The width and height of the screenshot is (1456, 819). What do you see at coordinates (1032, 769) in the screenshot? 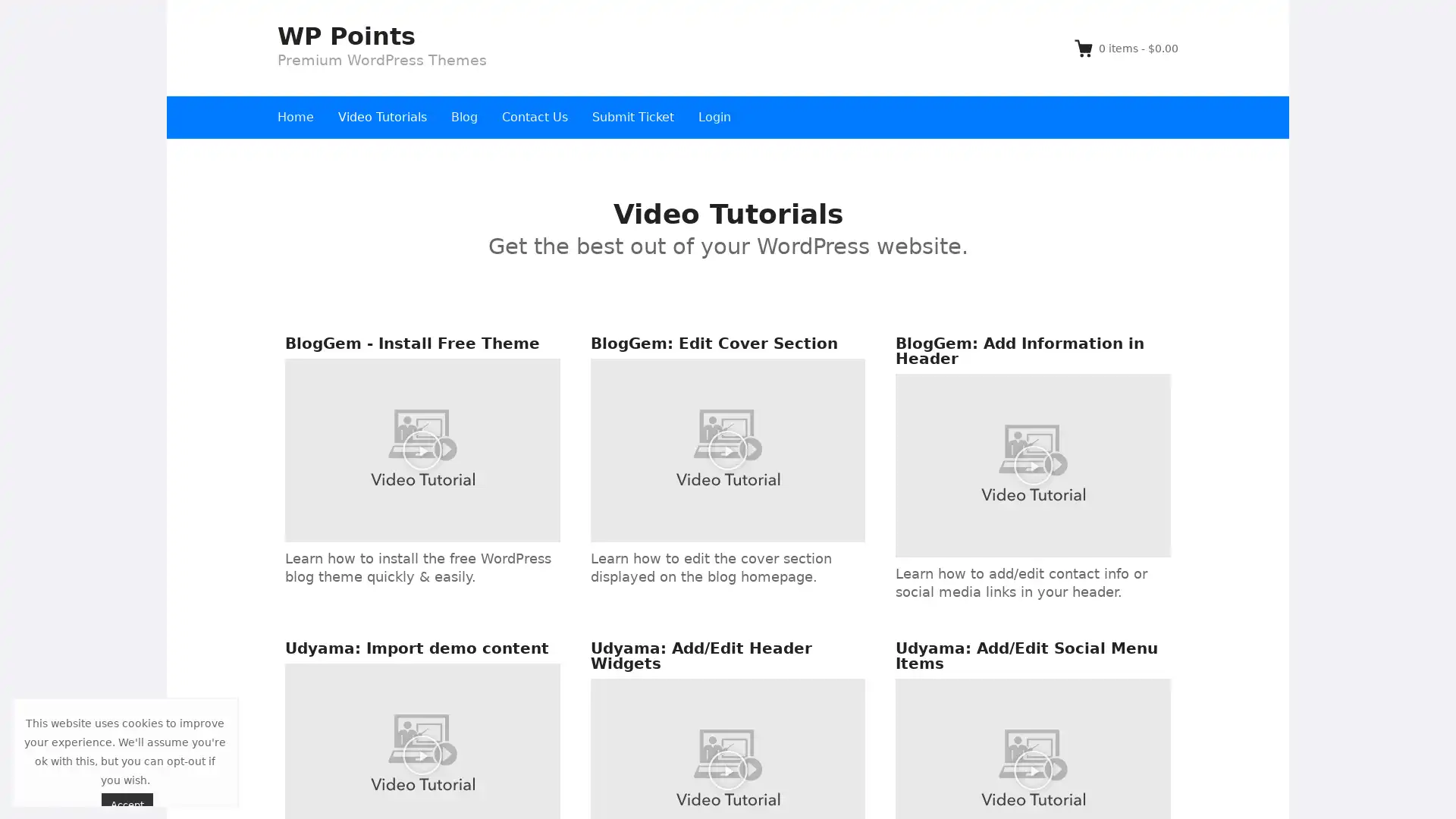
I see `Play Video` at bounding box center [1032, 769].